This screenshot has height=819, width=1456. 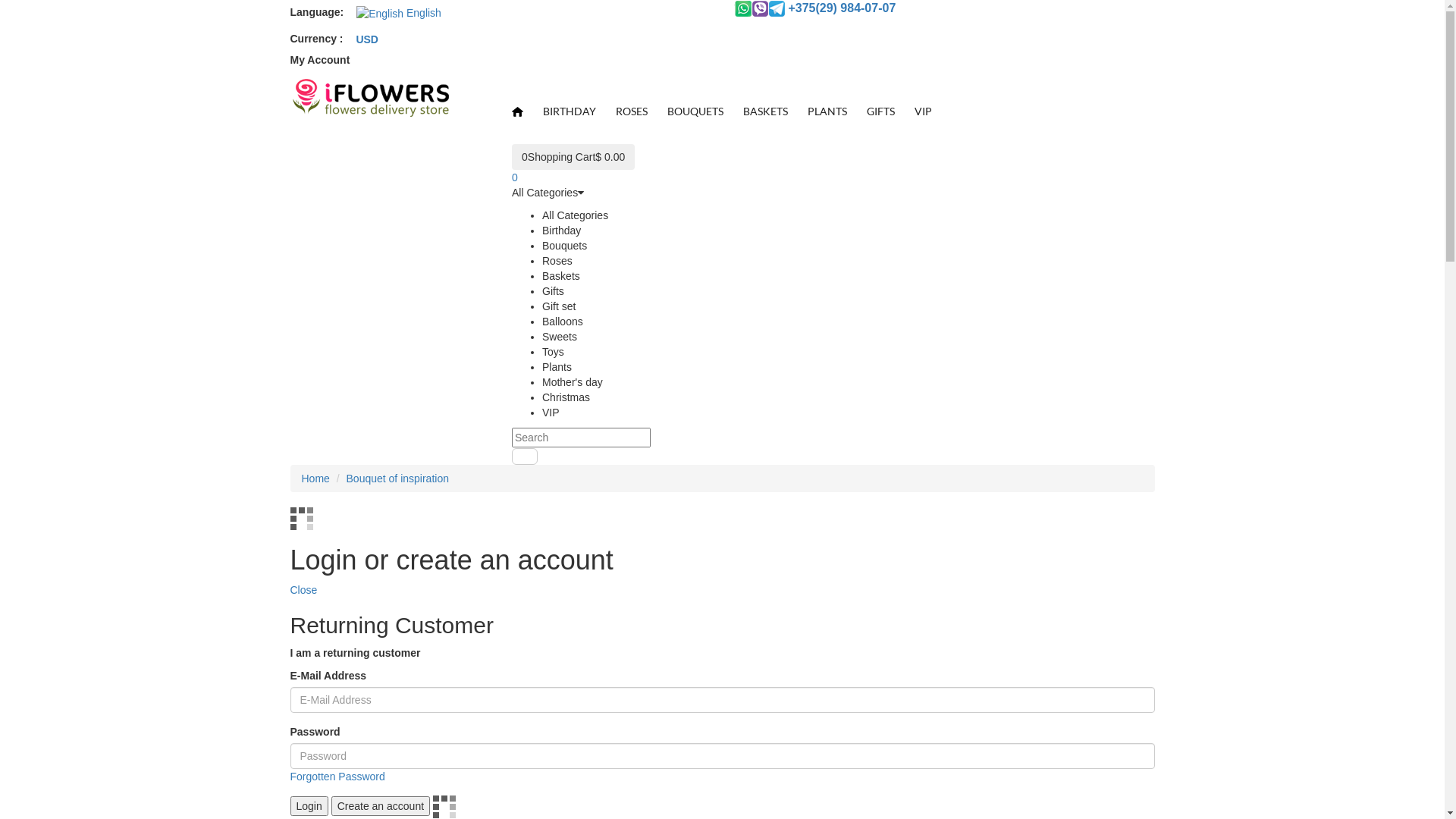 I want to click on 'USD', so click(x=367, y=38).